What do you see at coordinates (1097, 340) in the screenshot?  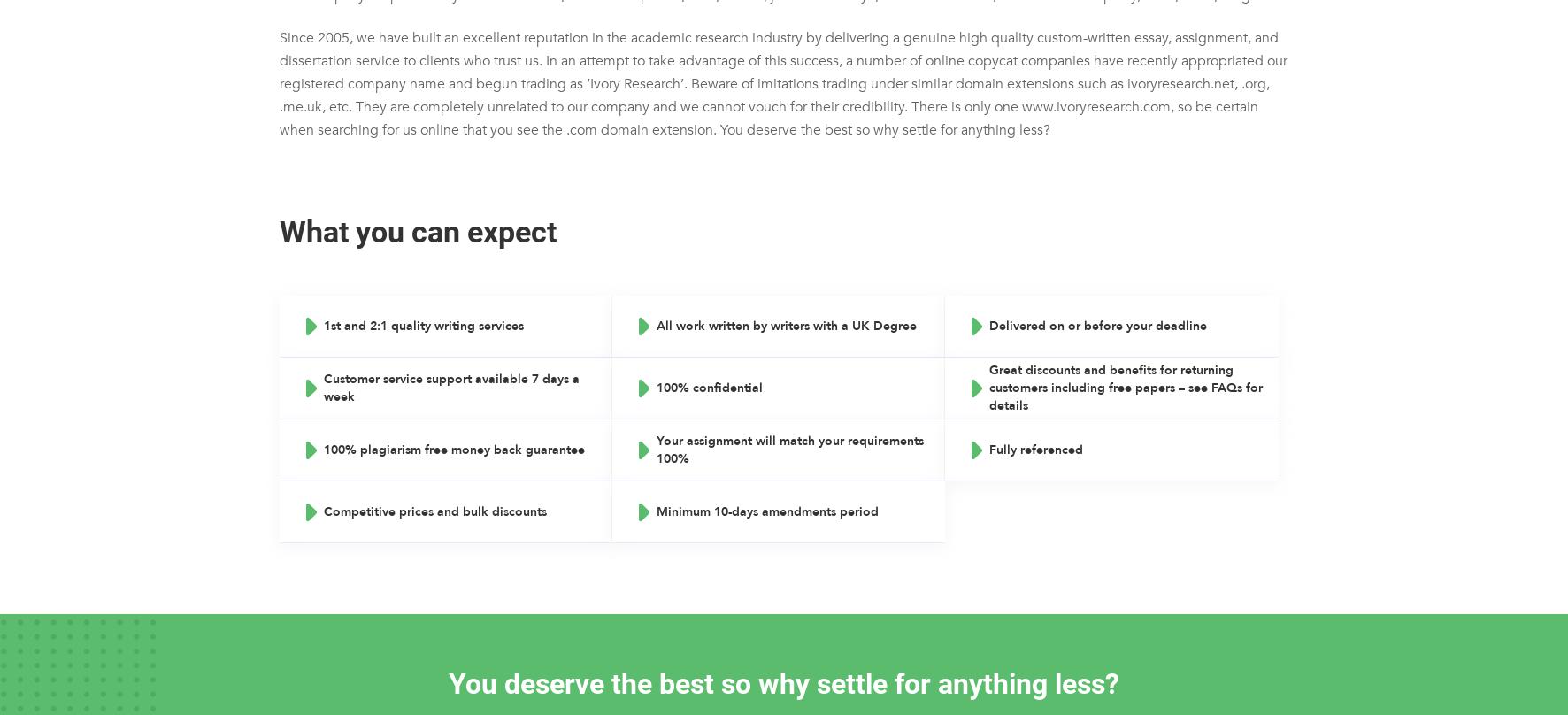 I see `'Delivered on or before your deadline'` at bounding box center [1097, 340].